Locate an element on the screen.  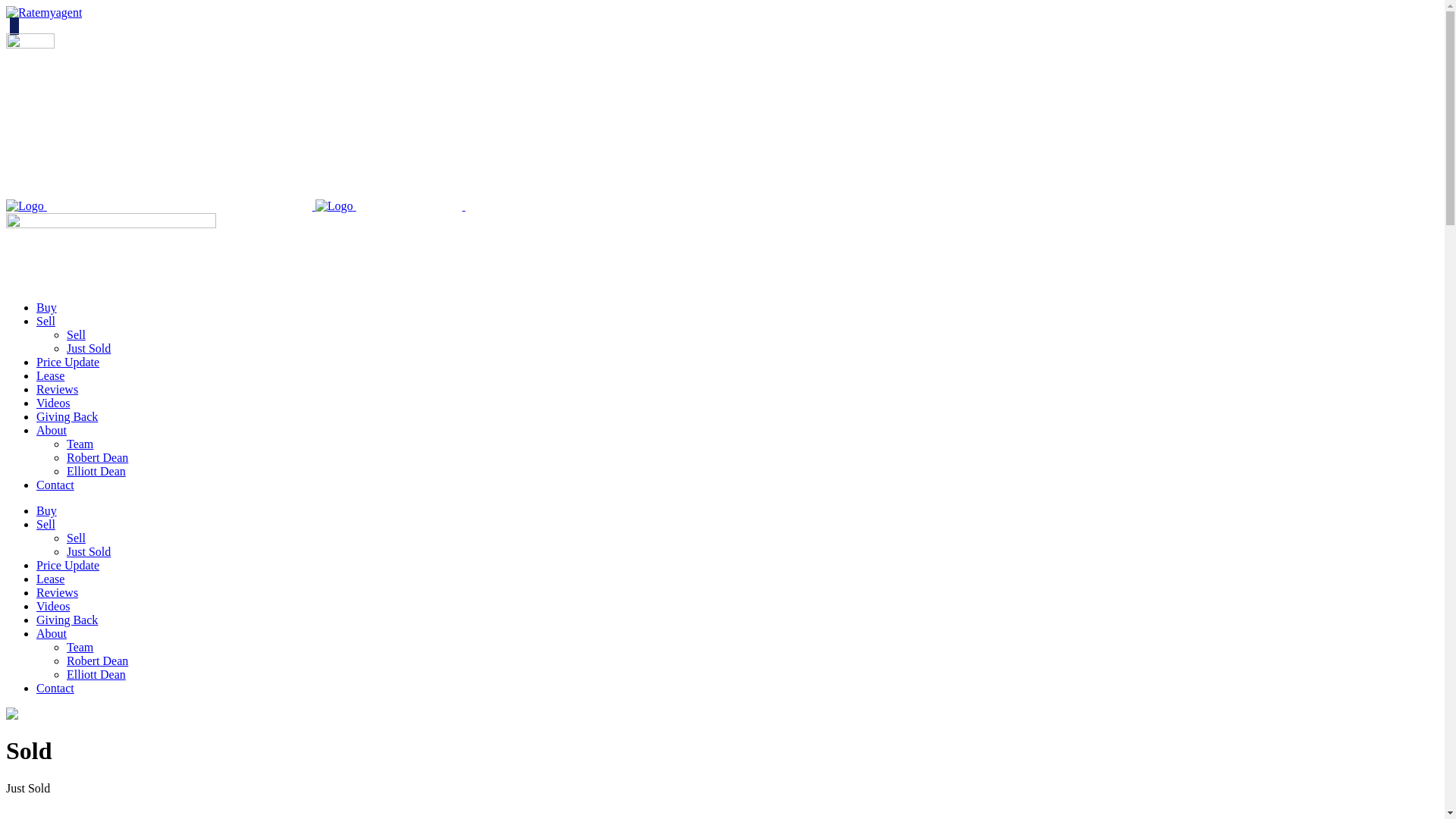
'Videos' is located at coordinates (53, 605).